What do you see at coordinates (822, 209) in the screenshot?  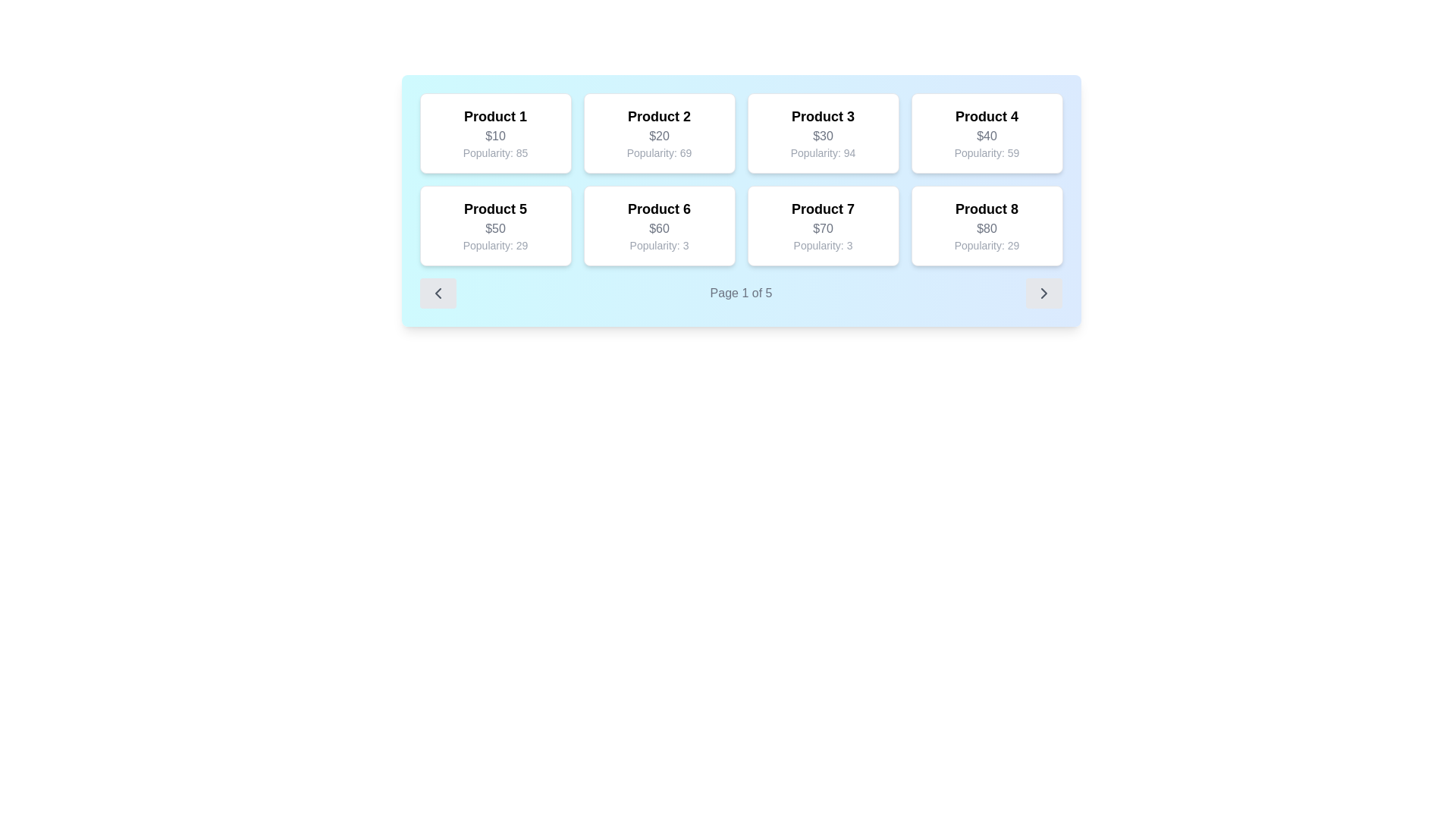 I see `the 'Product 7' text label which is displayed in bold, black font inside a white card with rounded corners, located at the top of the second card in the grid` at bounding box center [822, 209].